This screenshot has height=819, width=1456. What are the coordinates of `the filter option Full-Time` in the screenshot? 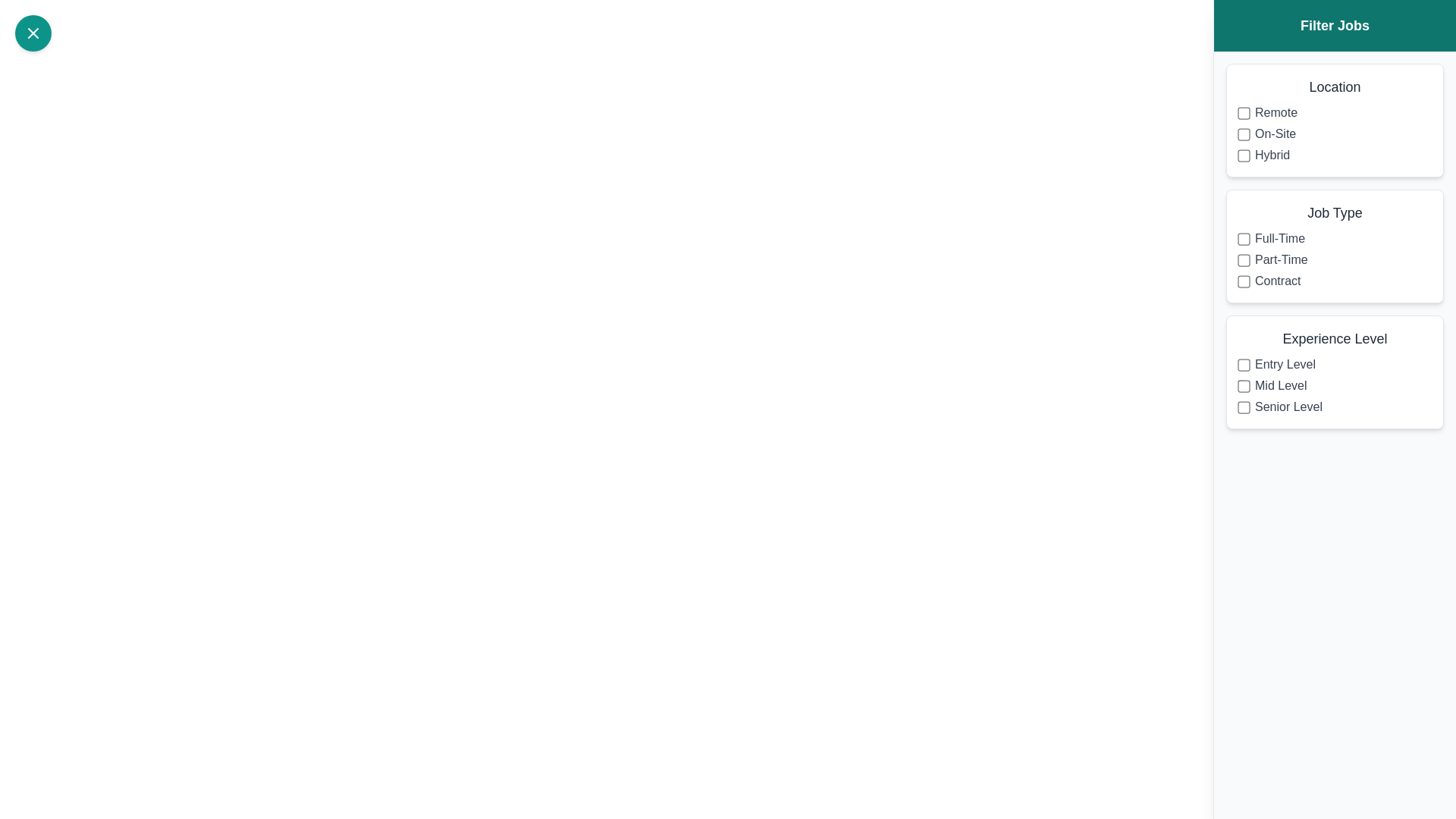 It's located at (1244, 239).